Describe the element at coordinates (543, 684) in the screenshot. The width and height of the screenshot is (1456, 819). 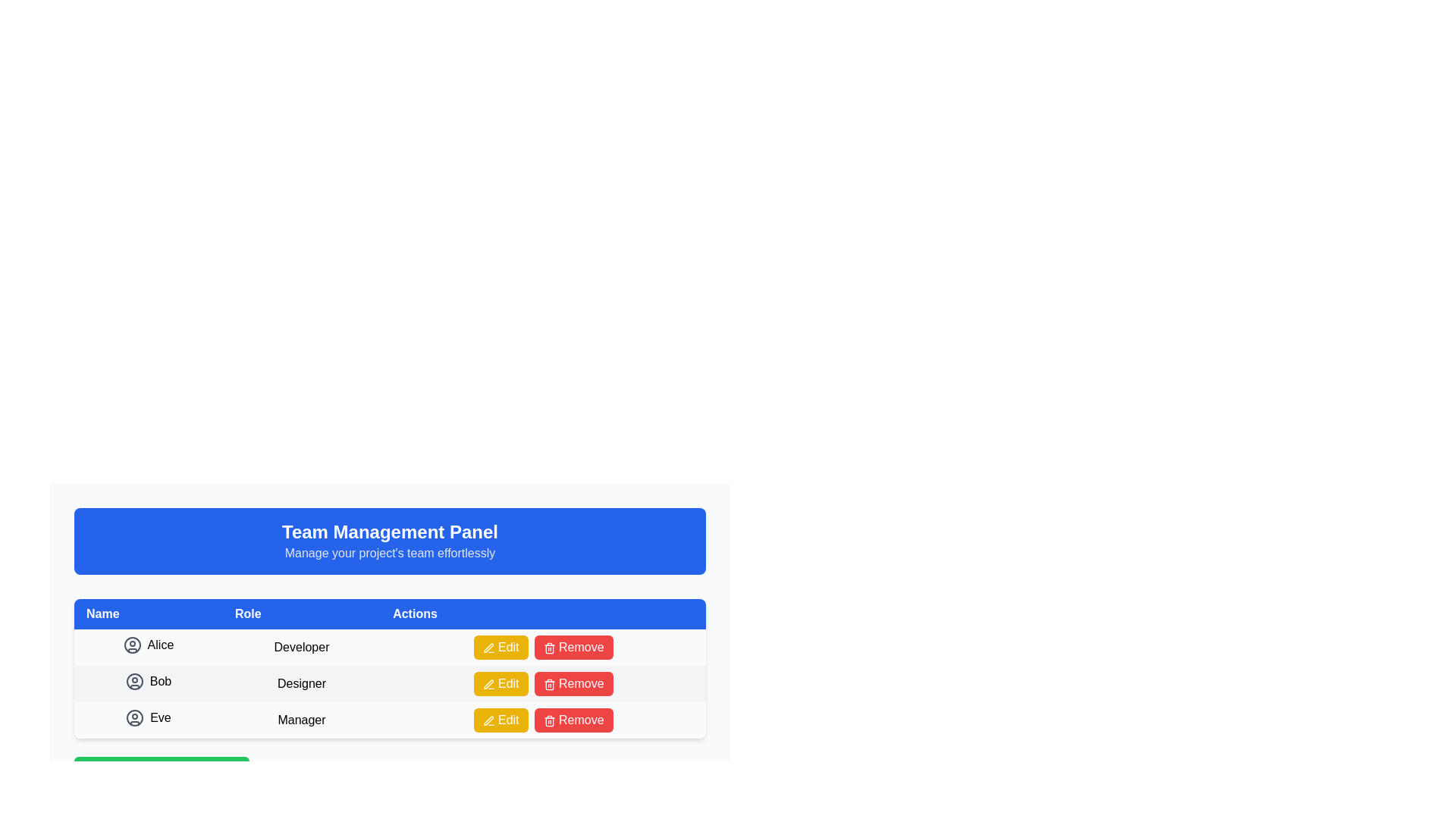
I see `the 'Remove' button in the grouped component for 'Bob' under the 'Designer' role located in the 'Actions' column of the table` at that location.